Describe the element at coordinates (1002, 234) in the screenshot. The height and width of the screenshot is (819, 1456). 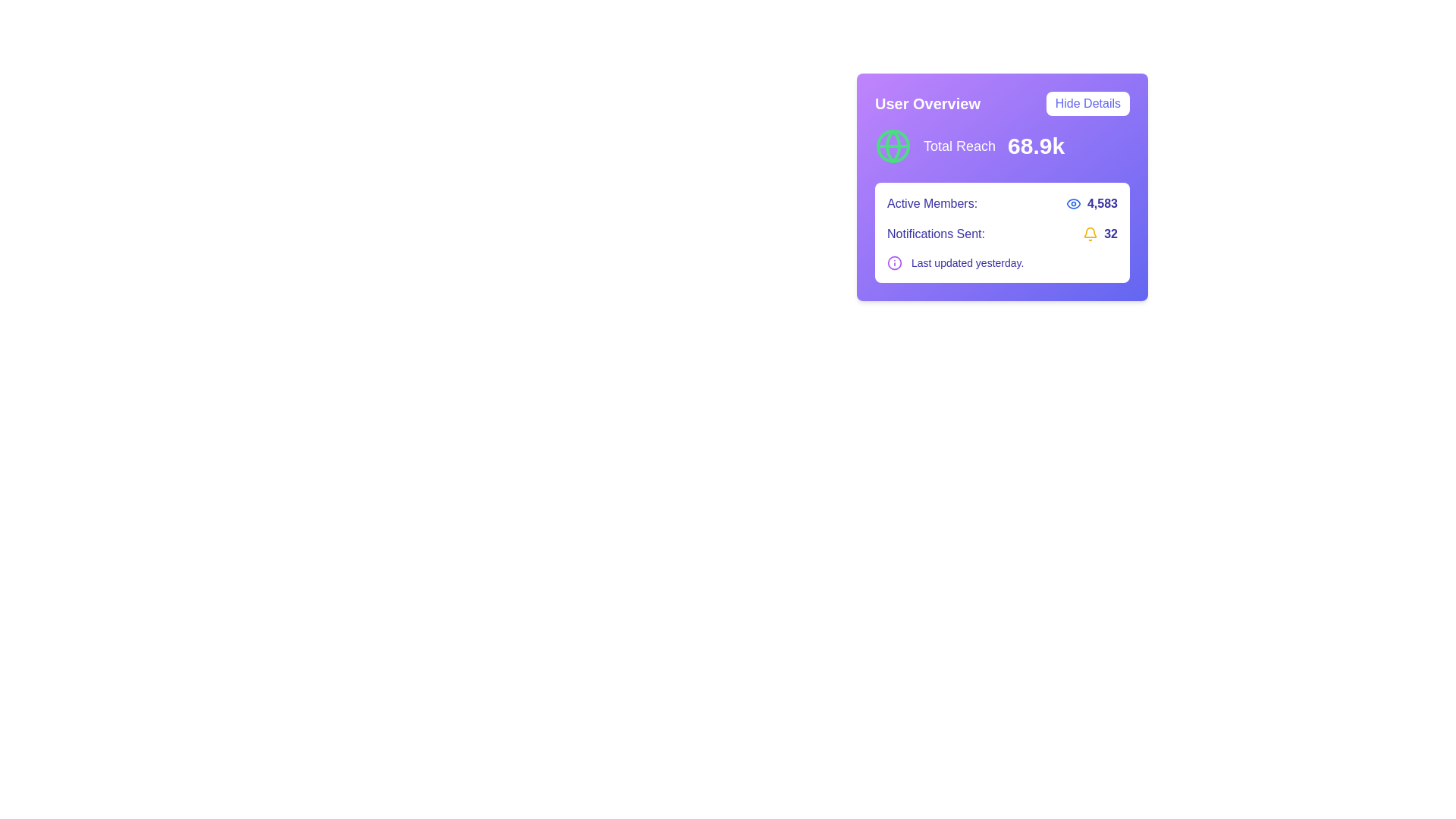
I see `the notification statistics displayed in the second row of the 'User Overview' card, which shows the number of notifications sent` at that location.